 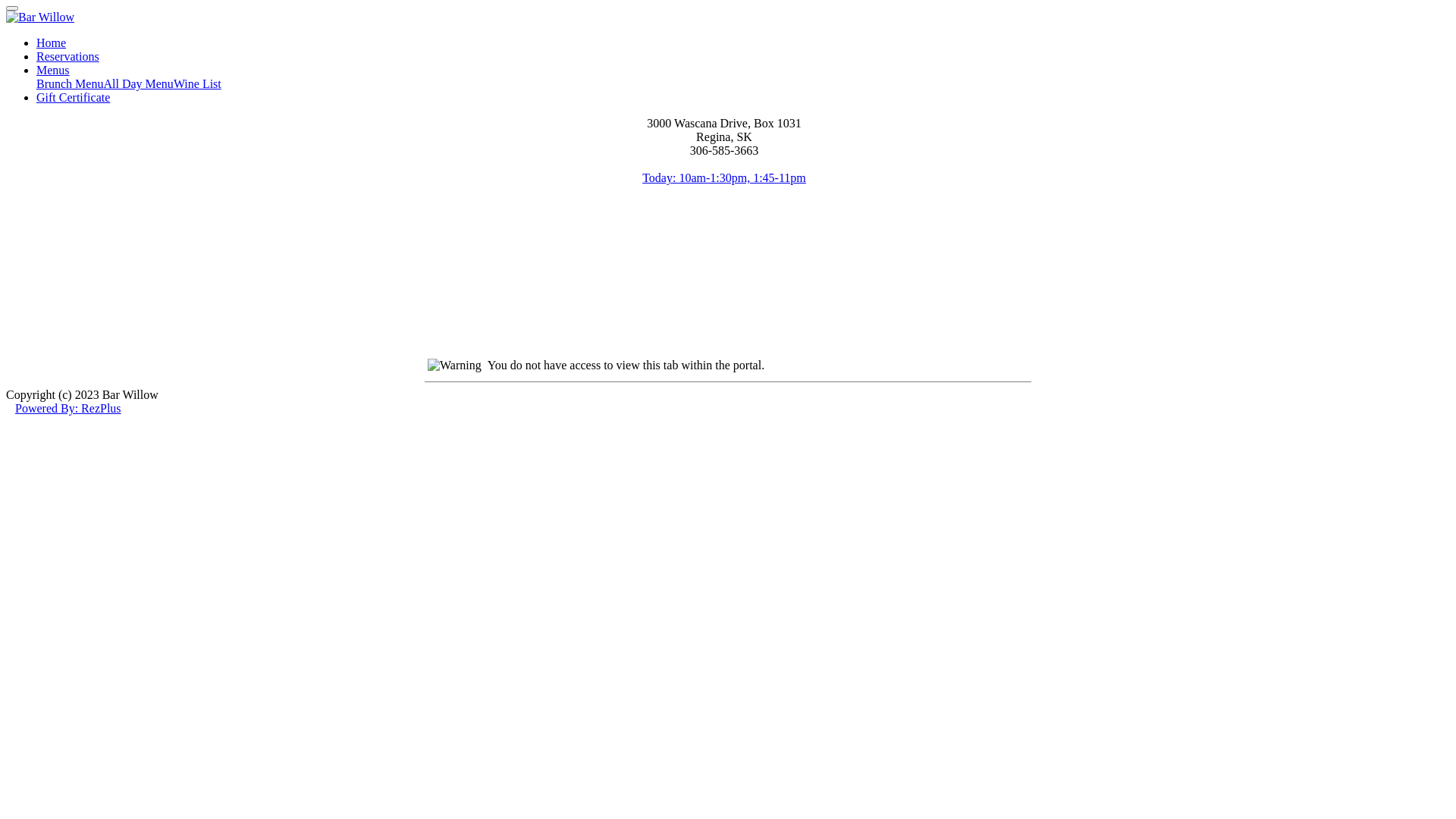 I want to click on 'Warning', so click(x=427, y=366).